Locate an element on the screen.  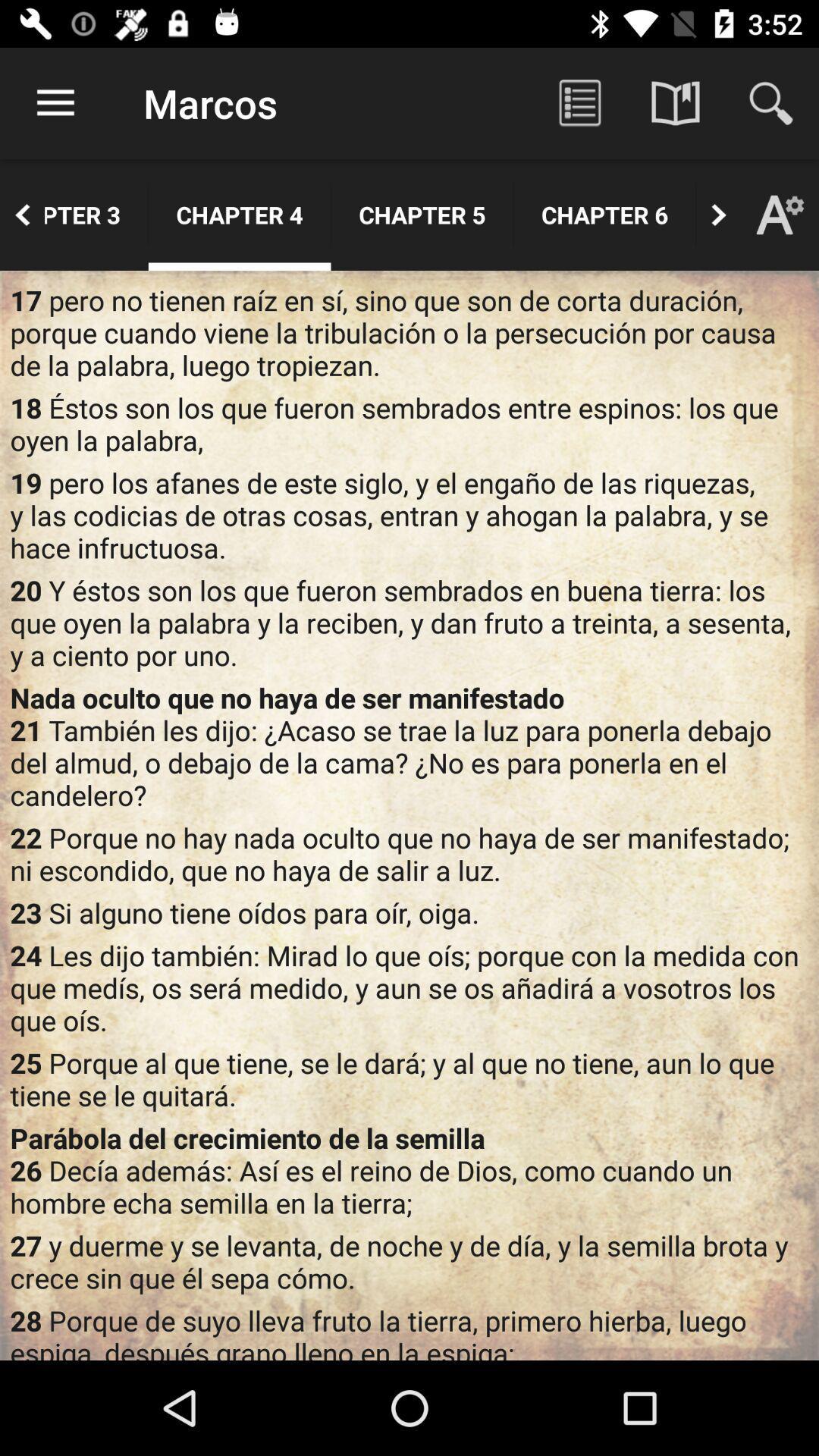
the app next to chapter 6 app is located at coordinates (696, 214).